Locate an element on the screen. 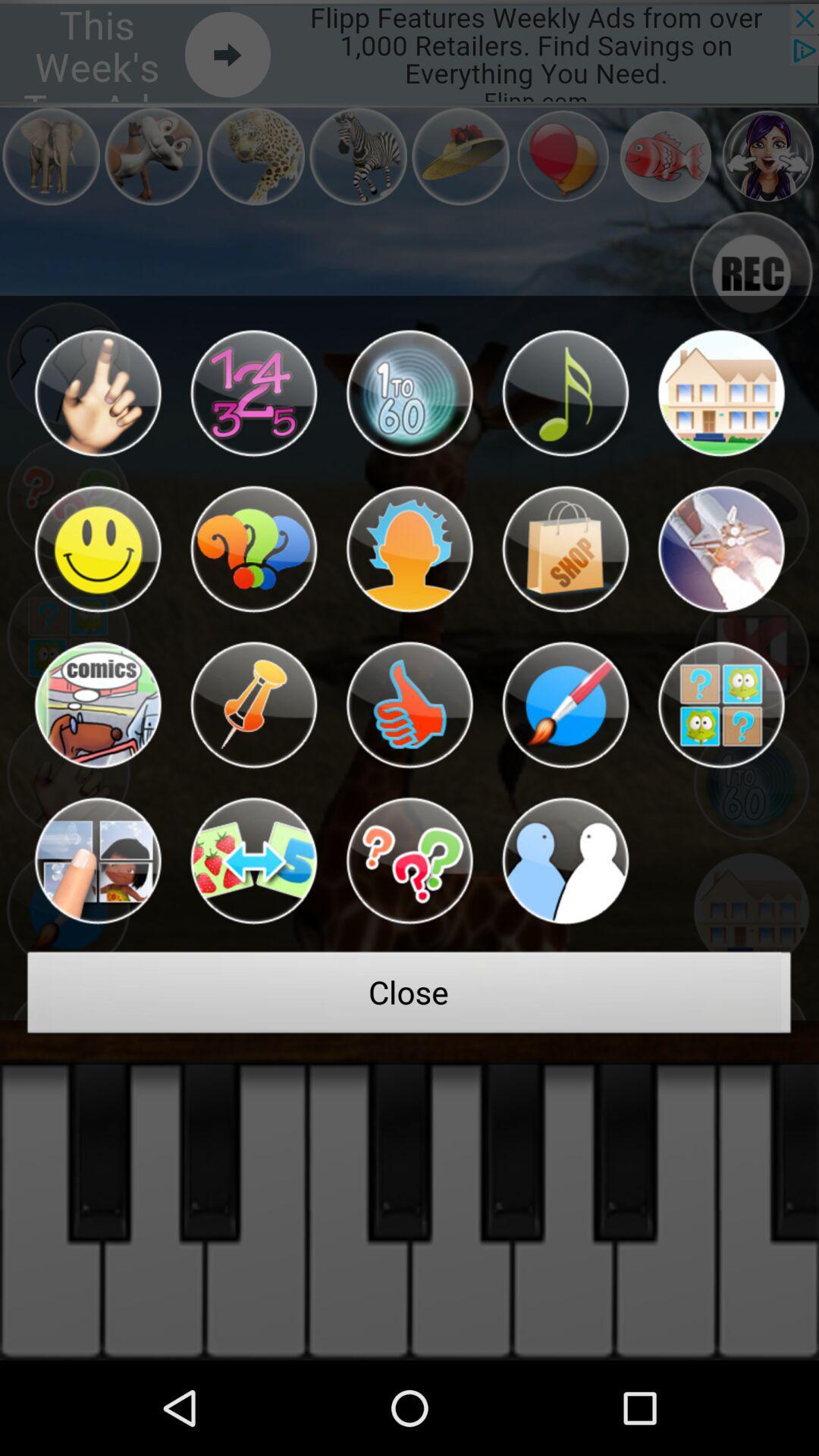  the help icon is located at coordinates (253, 587).